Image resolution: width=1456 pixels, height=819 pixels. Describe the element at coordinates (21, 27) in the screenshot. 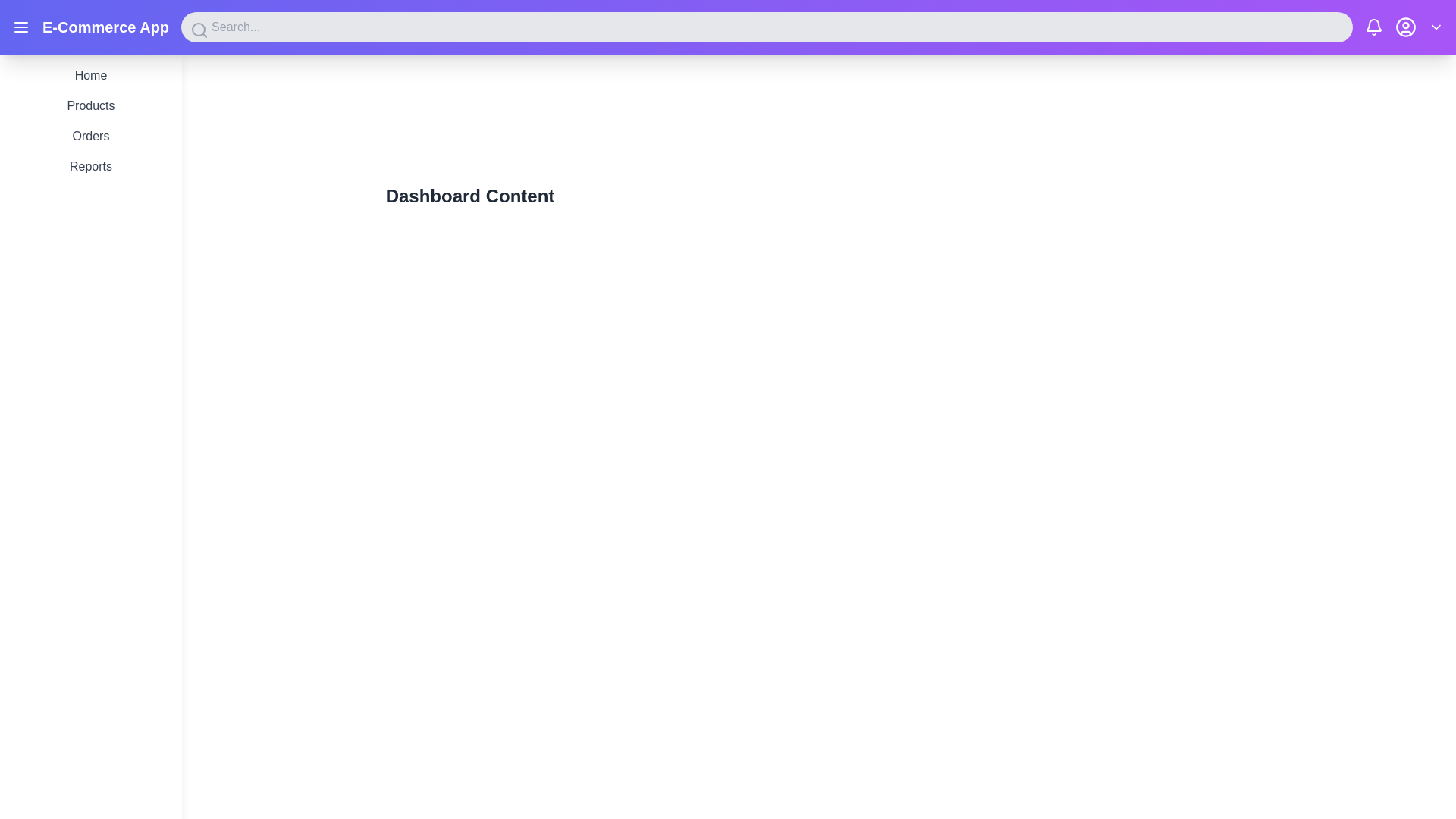

I see `the menu button, which is represented by three horizontal lines in the top-left corner of the application interface within the purple header` at that location.